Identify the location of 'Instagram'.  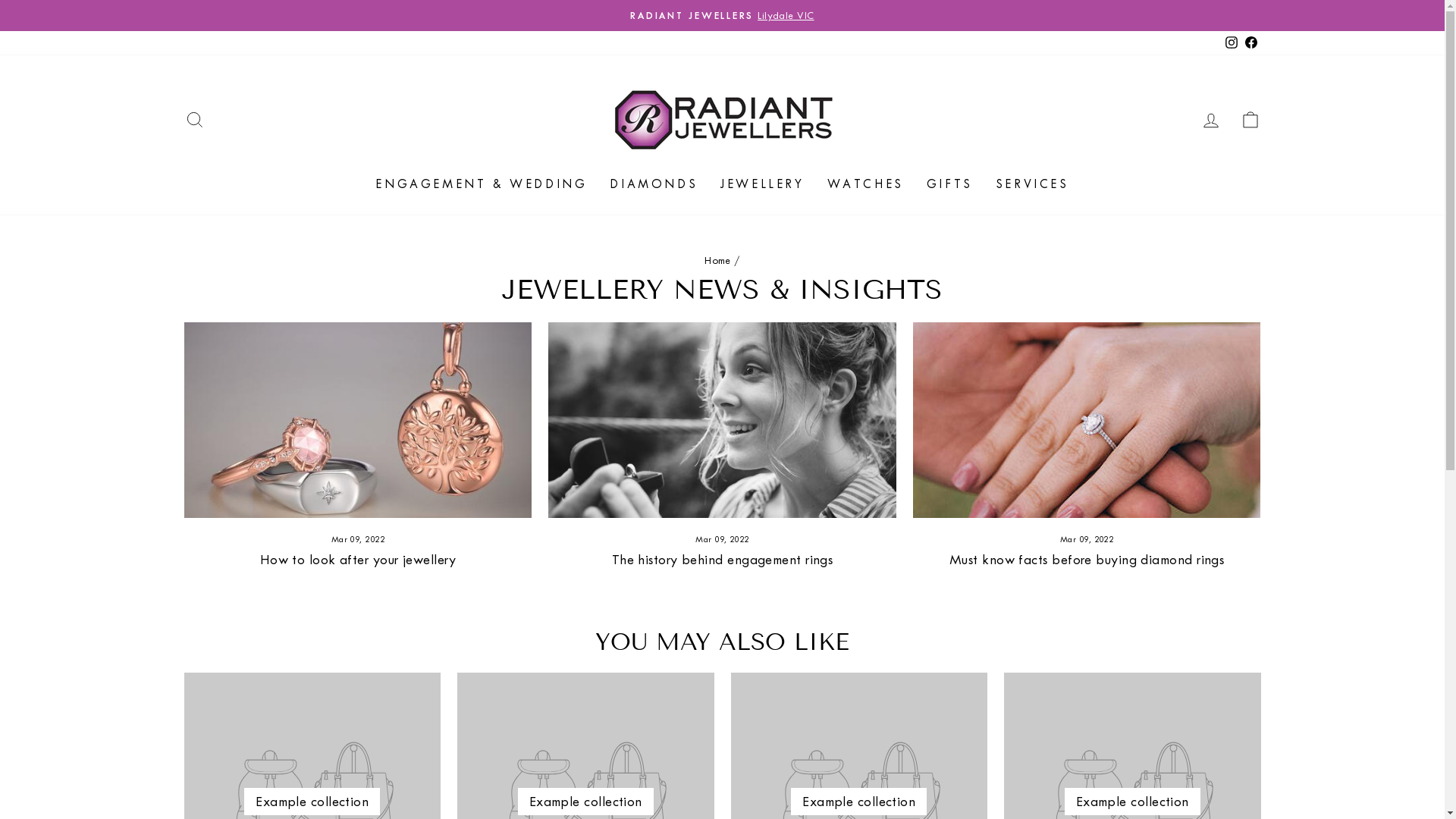
(1230, 42).